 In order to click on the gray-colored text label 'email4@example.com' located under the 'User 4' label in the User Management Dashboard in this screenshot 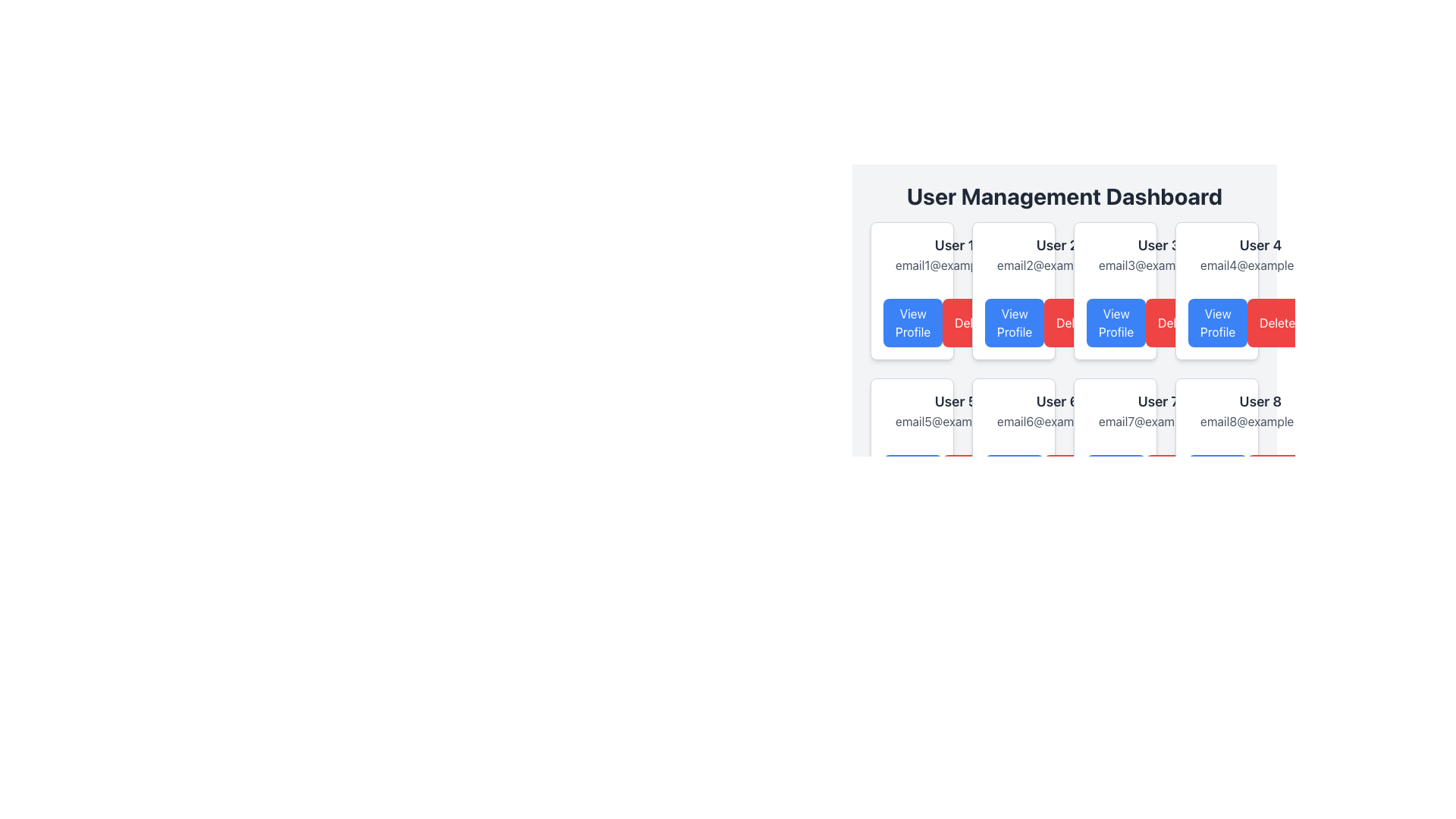, I will do `click(1260, 265)`.